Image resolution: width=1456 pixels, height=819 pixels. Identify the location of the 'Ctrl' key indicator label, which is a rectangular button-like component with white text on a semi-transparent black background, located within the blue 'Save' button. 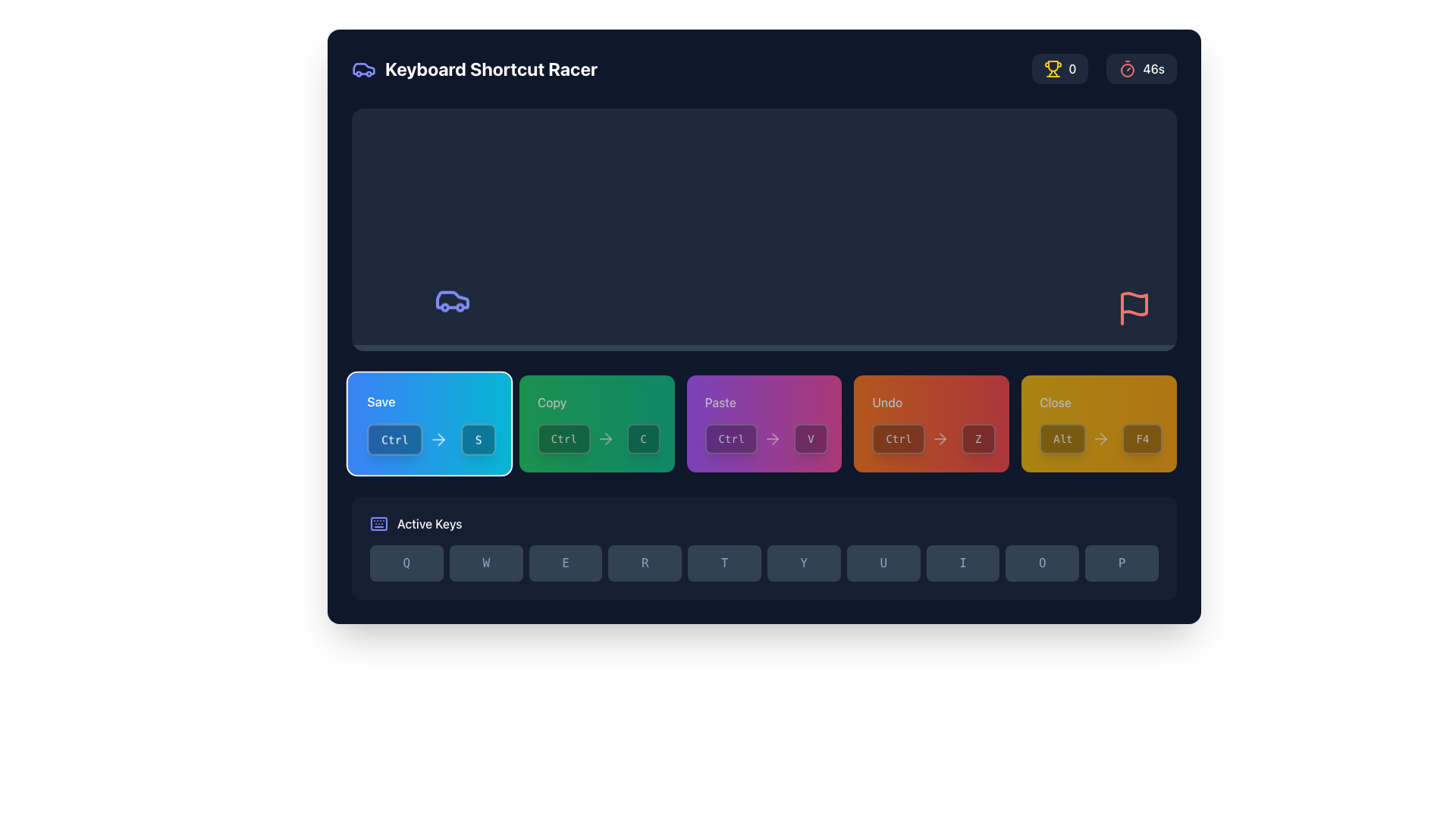
(394, 439).